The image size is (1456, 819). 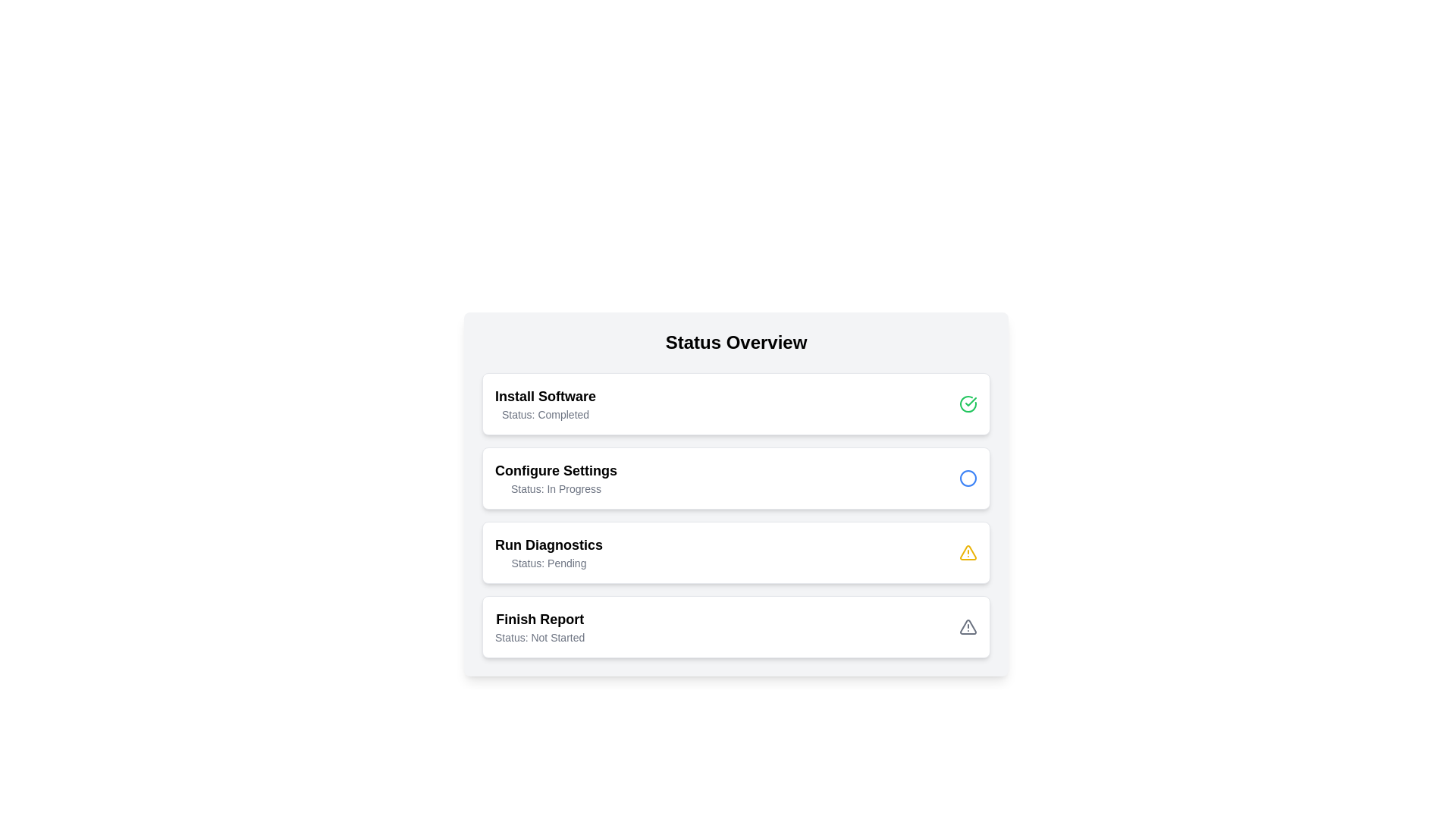 What do you see at coordinates (736, 491) in the screenshot?
I see `the second Information card in the Status Overview section` at bounding box center [736, 491].